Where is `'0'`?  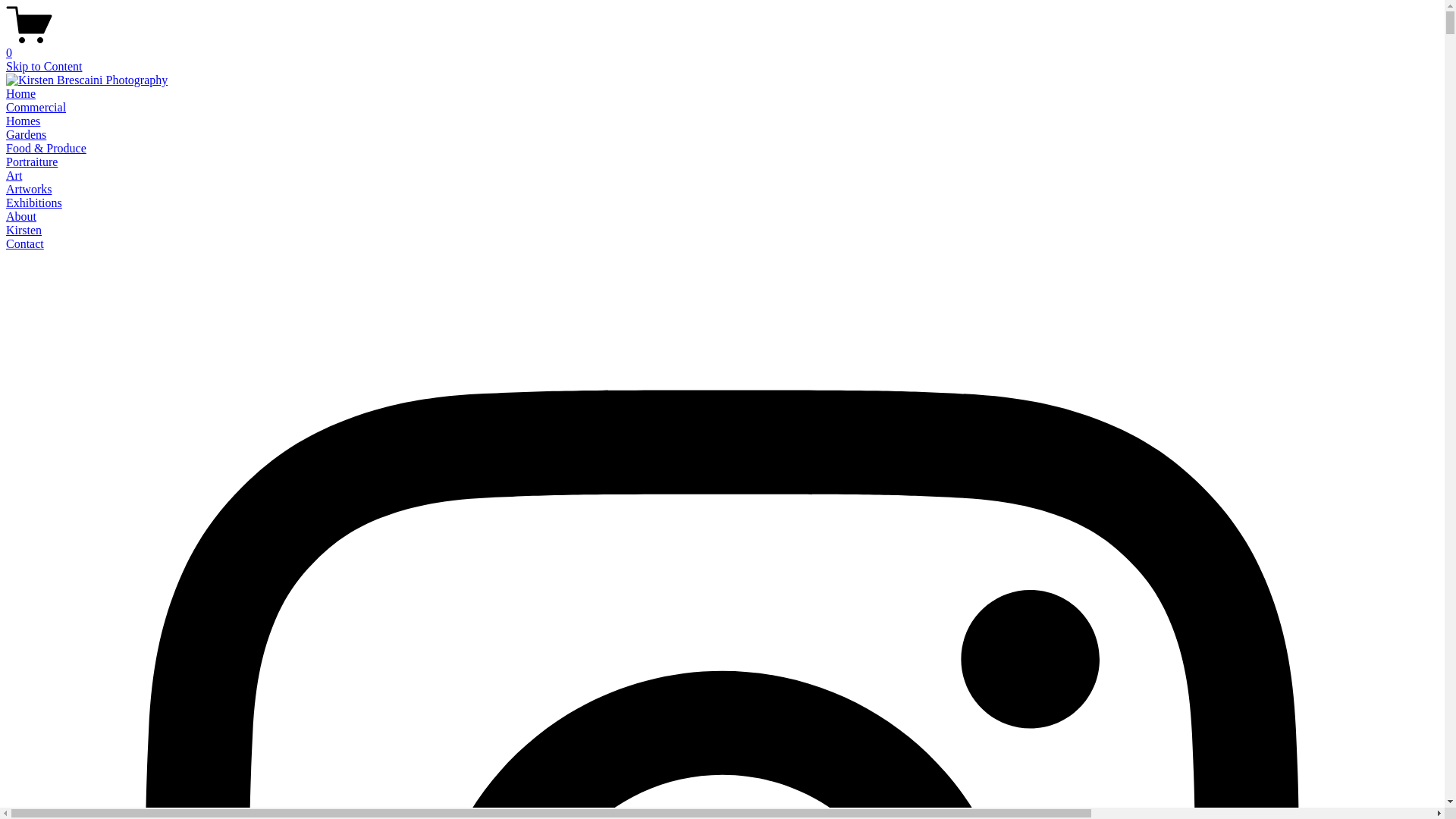 '0' is located at coordinates (721, 45).